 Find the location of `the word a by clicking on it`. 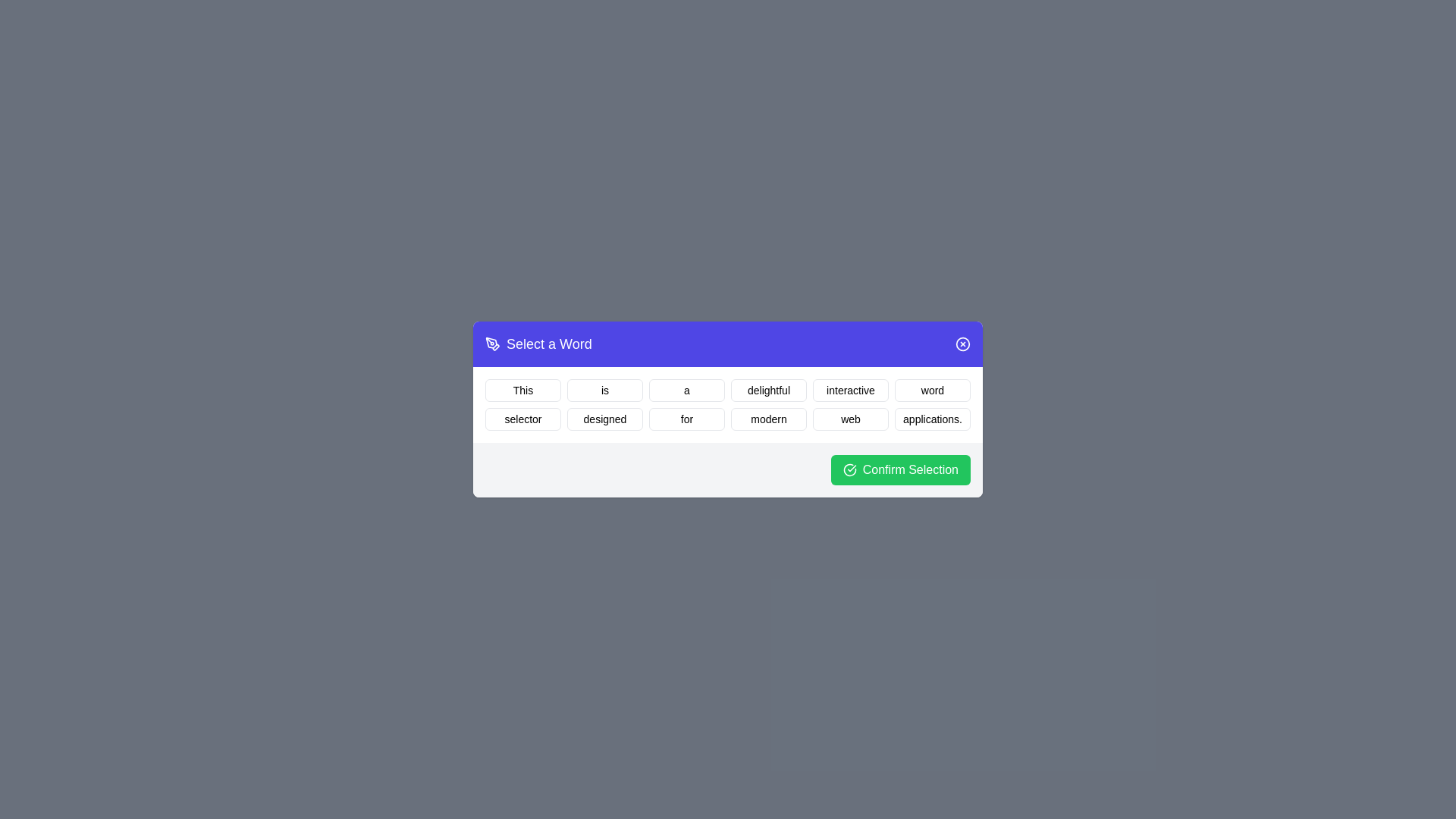

the word a by clicking on it is located at coordinates (686, 390).